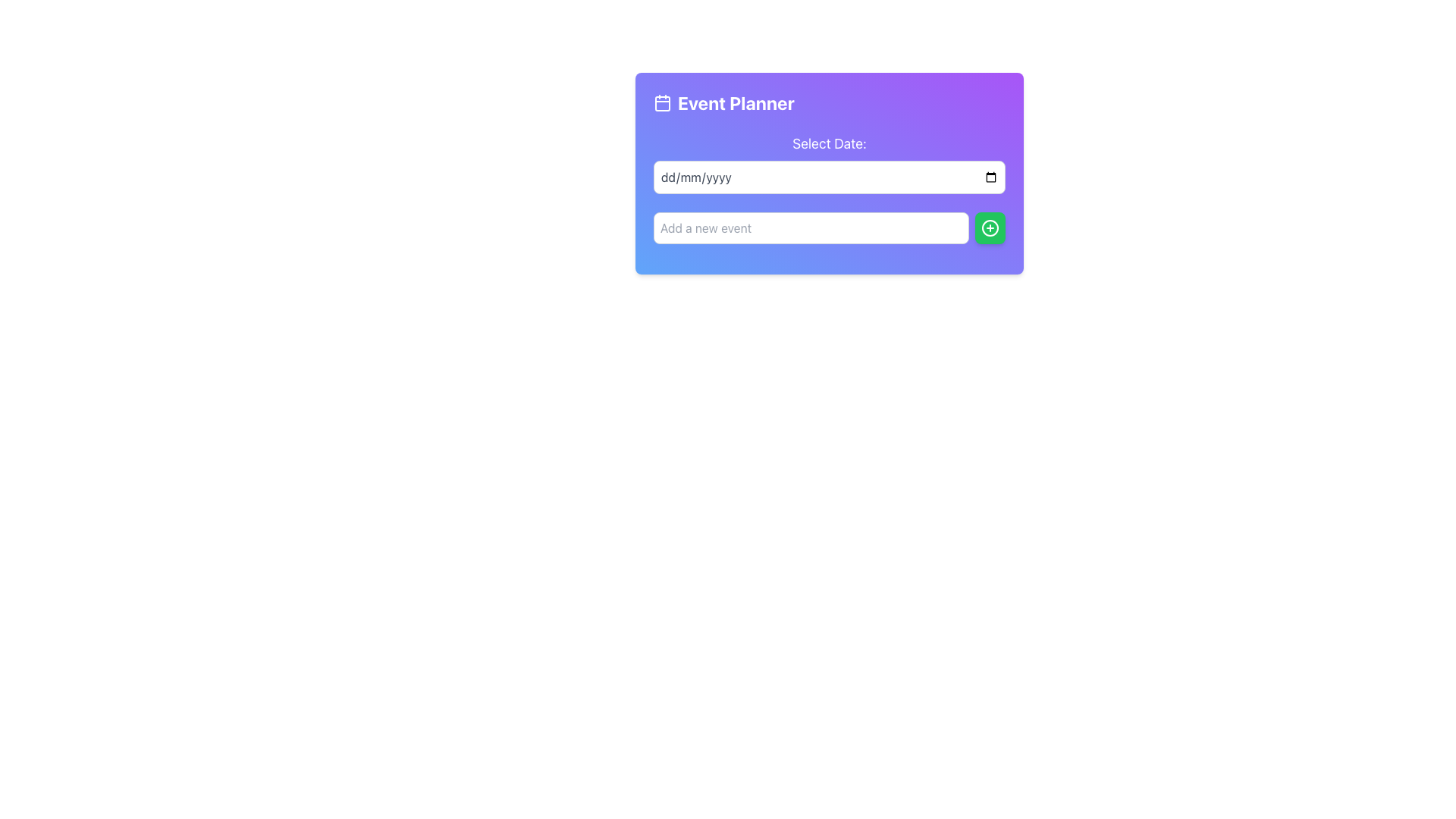 This screenshot has height=819, width=1456. I want to click on the button located to the right of the 'Add a new event' text input field in the 'Event Planner' section, so click(990, 227).